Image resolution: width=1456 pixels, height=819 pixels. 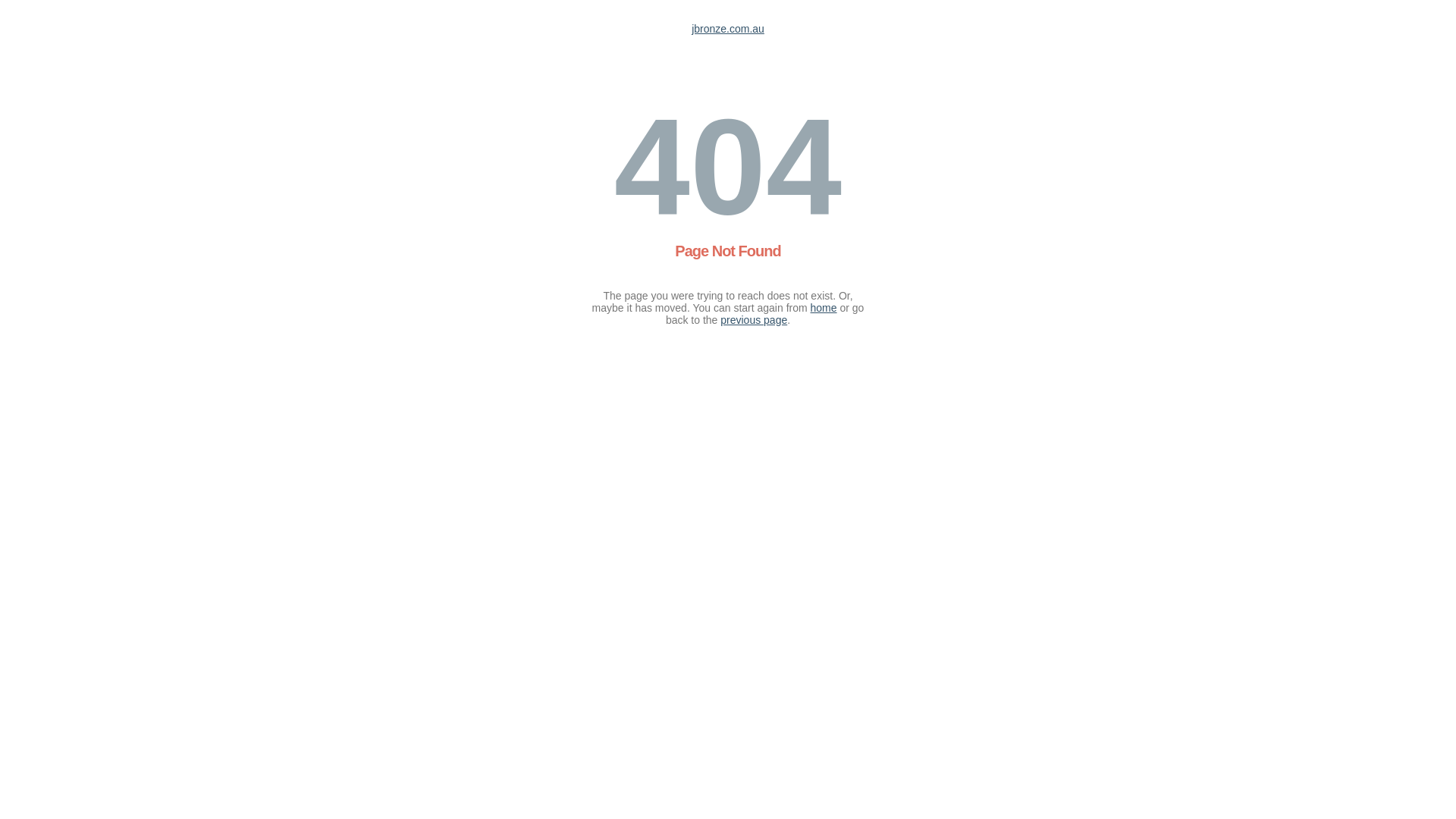 I want to click on 'jbronze.com.au', so click(x=728, y=29).